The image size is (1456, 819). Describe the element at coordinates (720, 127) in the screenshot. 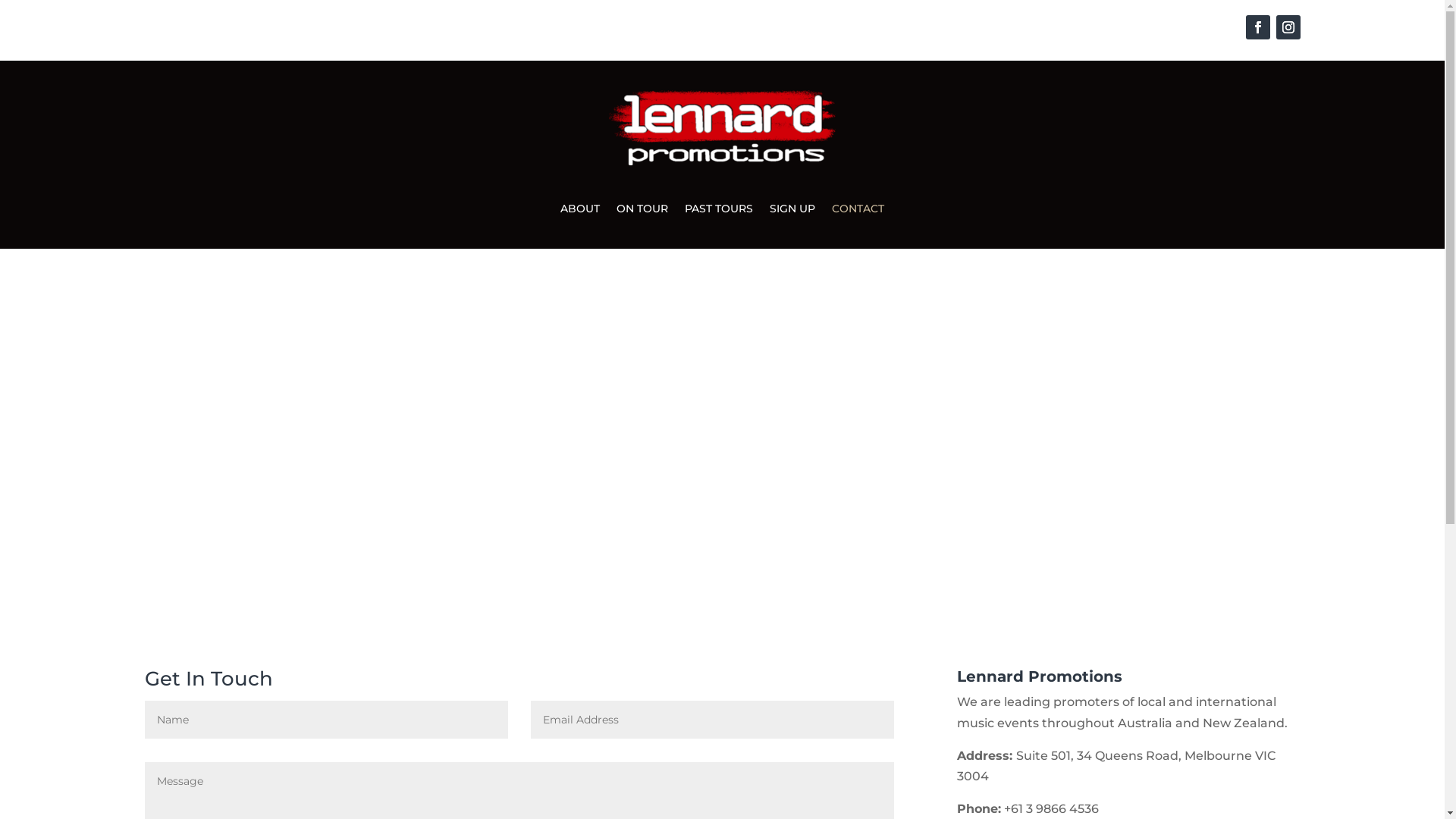

I see `'LennardPormotions_logo_edited_300px'` at that location.